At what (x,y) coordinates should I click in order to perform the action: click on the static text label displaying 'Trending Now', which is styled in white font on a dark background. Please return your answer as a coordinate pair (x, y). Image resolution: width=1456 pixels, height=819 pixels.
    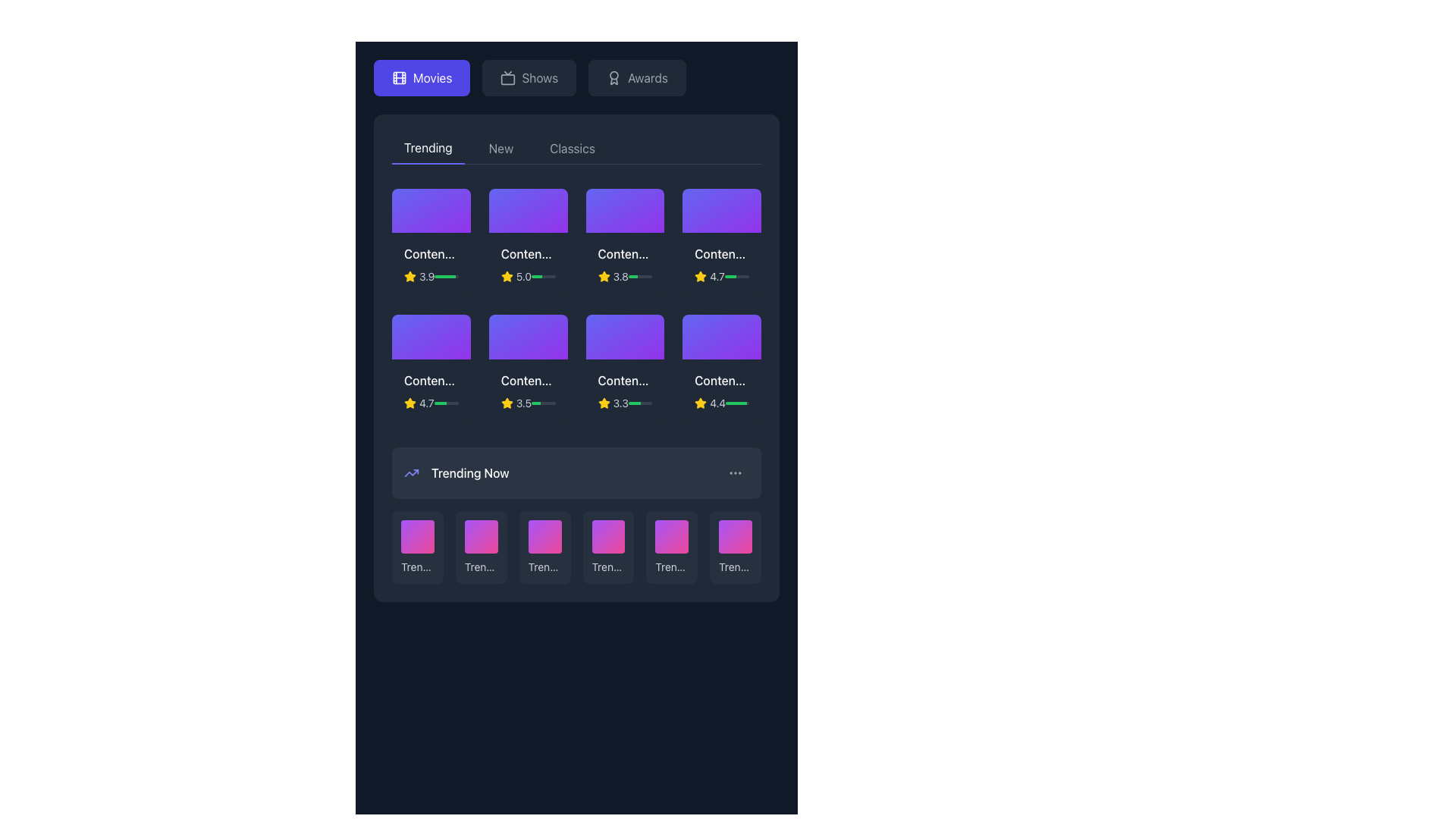
    Looking at the image, I should click on (469, 472).